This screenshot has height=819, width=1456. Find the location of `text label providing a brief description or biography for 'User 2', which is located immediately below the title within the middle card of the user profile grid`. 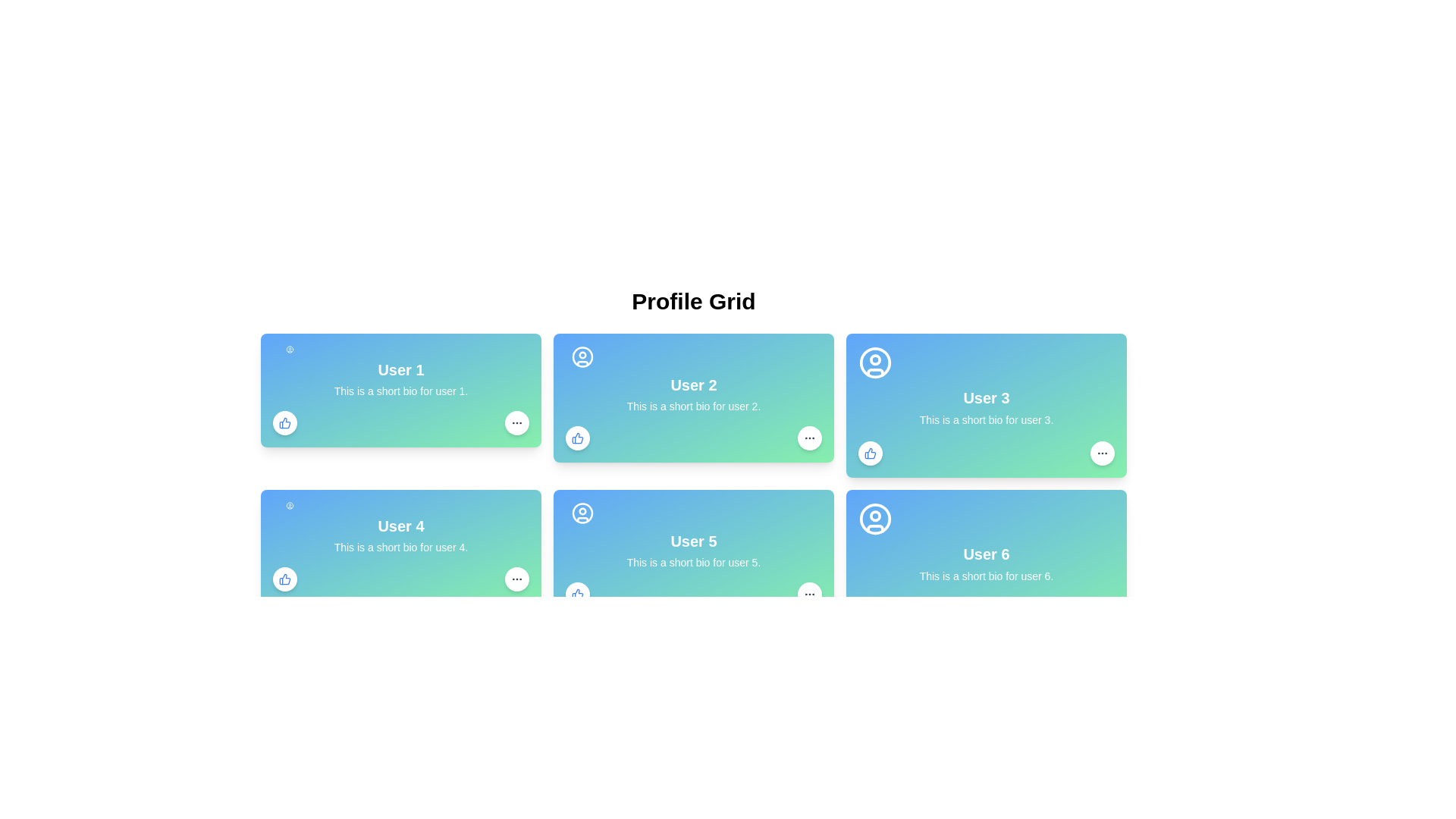

text label providing a brief description or biography for 'User 2', which is located immediately below the title within the middle card of the user profile grid is located at coordinates (693, 406).